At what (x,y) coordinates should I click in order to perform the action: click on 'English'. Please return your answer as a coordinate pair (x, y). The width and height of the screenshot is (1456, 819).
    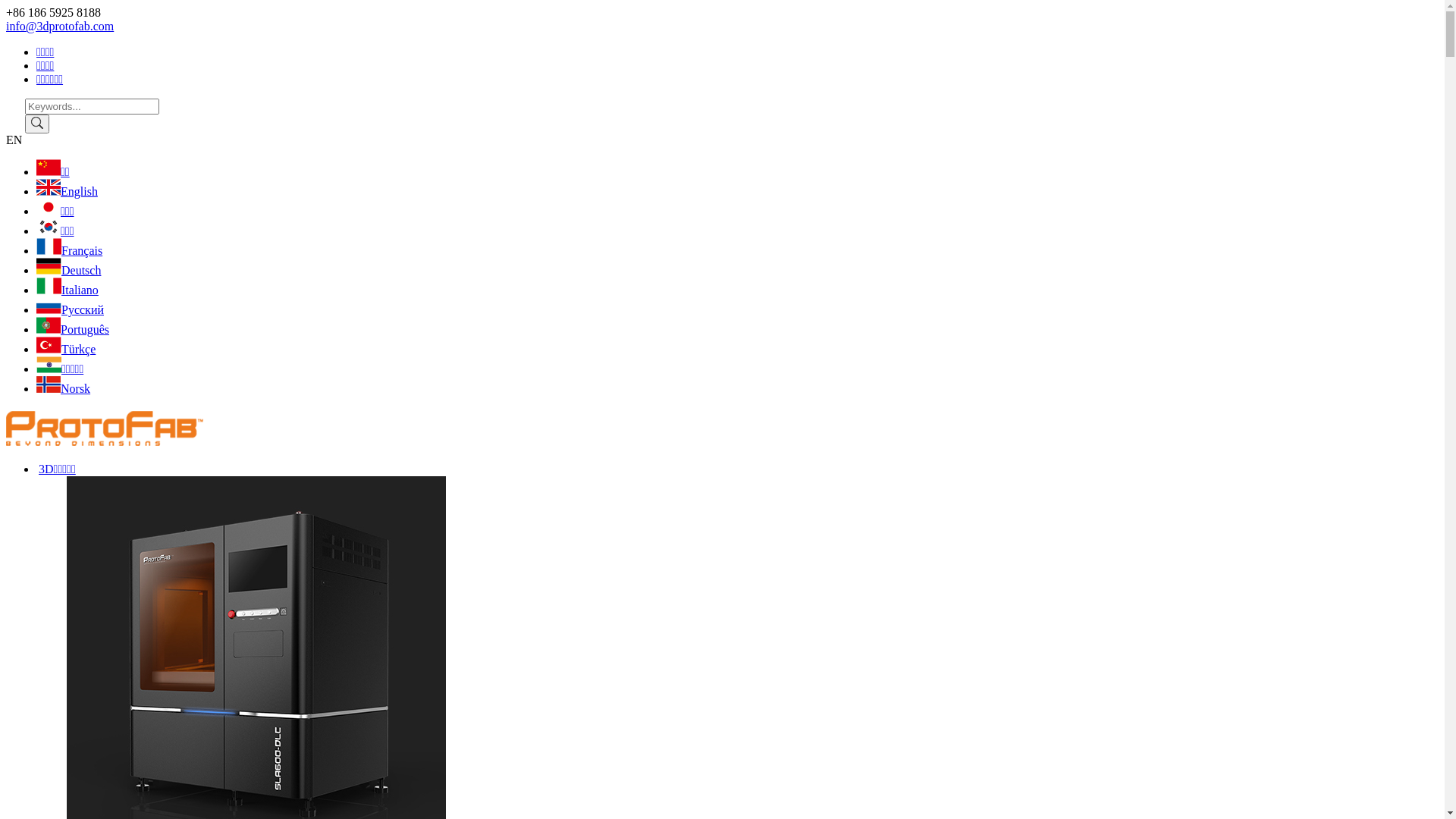
    Looking at the image, I should click on (66, 190).